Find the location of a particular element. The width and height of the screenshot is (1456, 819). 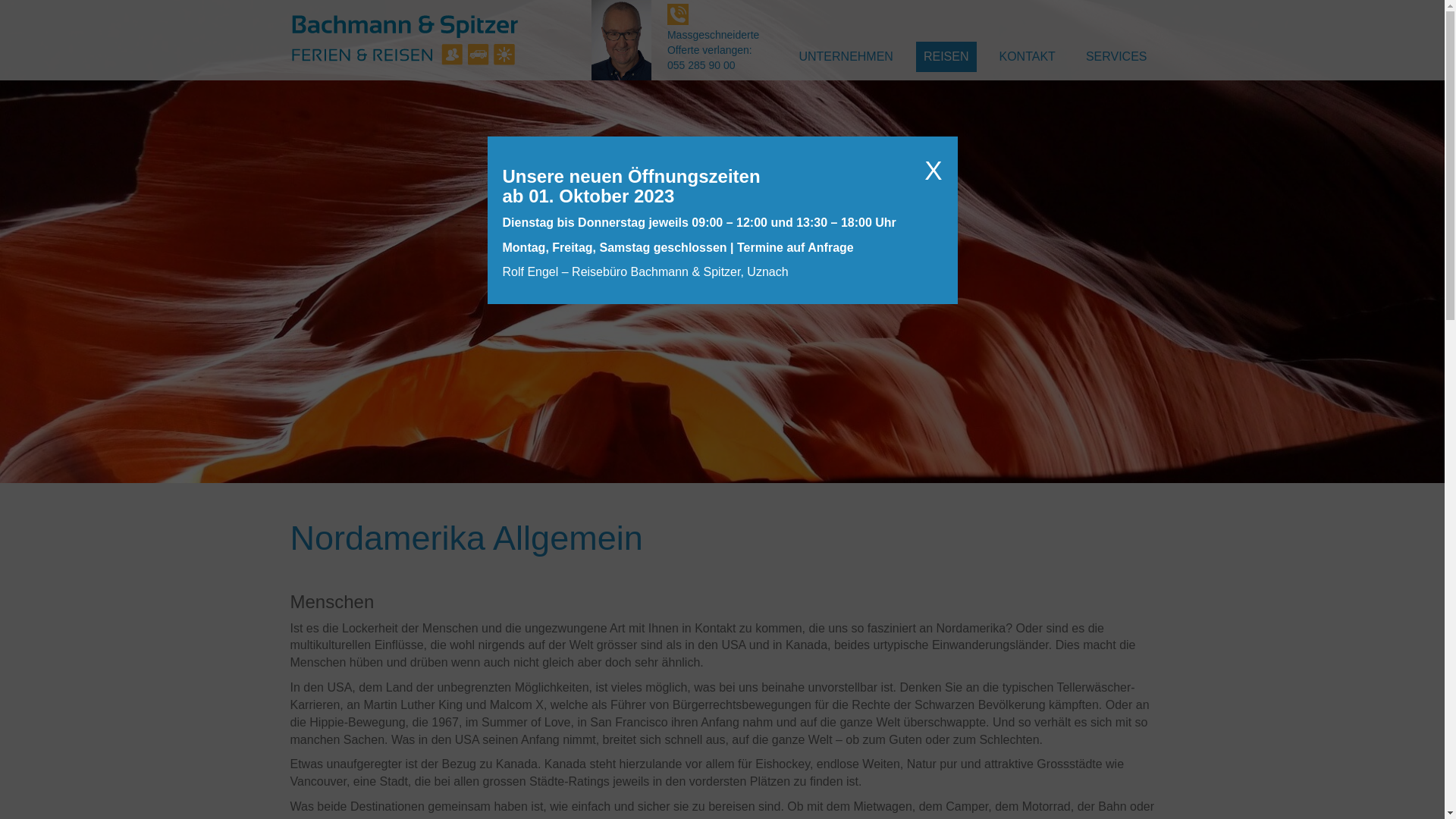

'KONTAKT' is located at coordinates (1027, 55).